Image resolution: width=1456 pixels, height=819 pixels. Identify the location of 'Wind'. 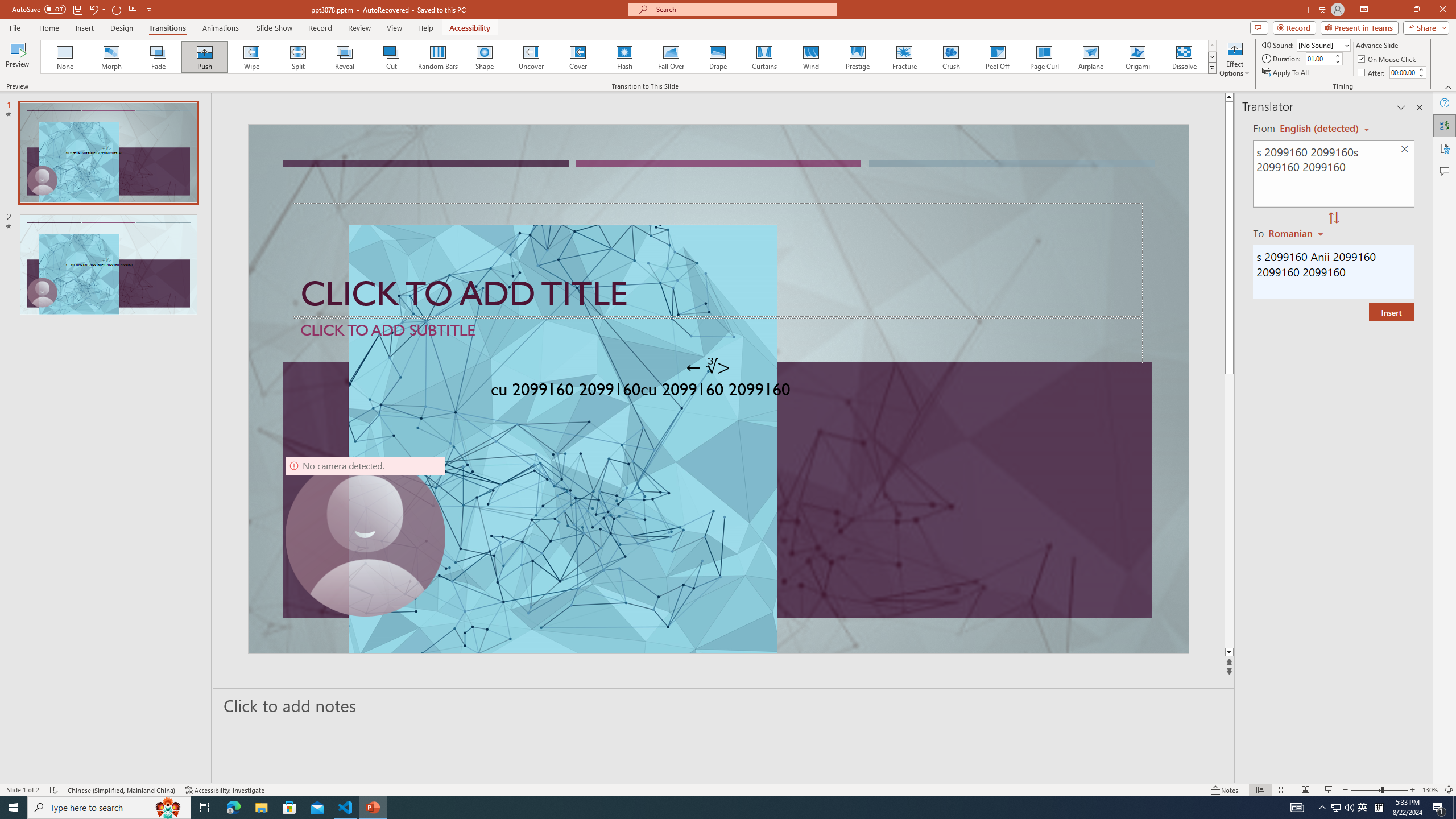
(810, 56).